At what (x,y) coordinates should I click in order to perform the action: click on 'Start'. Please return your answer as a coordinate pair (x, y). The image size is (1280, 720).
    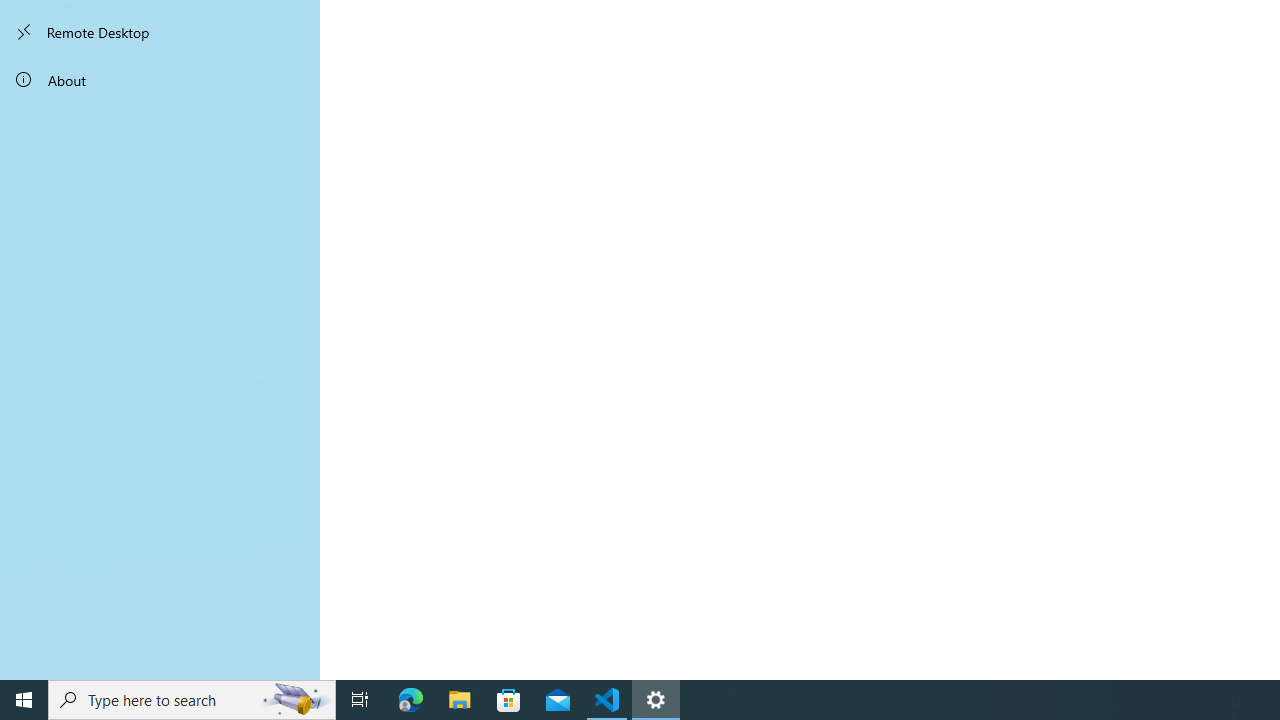
    Looking at the image, I should click on (24, 698).